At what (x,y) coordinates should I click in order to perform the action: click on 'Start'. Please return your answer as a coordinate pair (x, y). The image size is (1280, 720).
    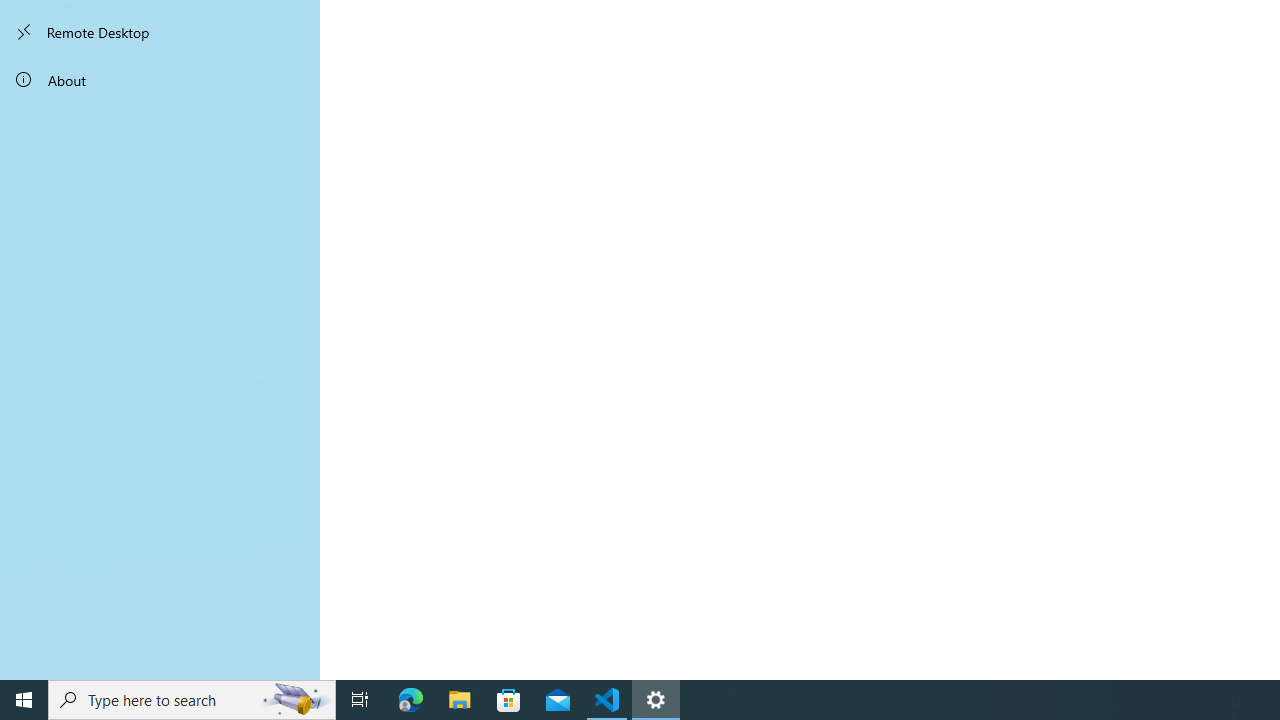
    Looking at the image, I should click on (24, 698).